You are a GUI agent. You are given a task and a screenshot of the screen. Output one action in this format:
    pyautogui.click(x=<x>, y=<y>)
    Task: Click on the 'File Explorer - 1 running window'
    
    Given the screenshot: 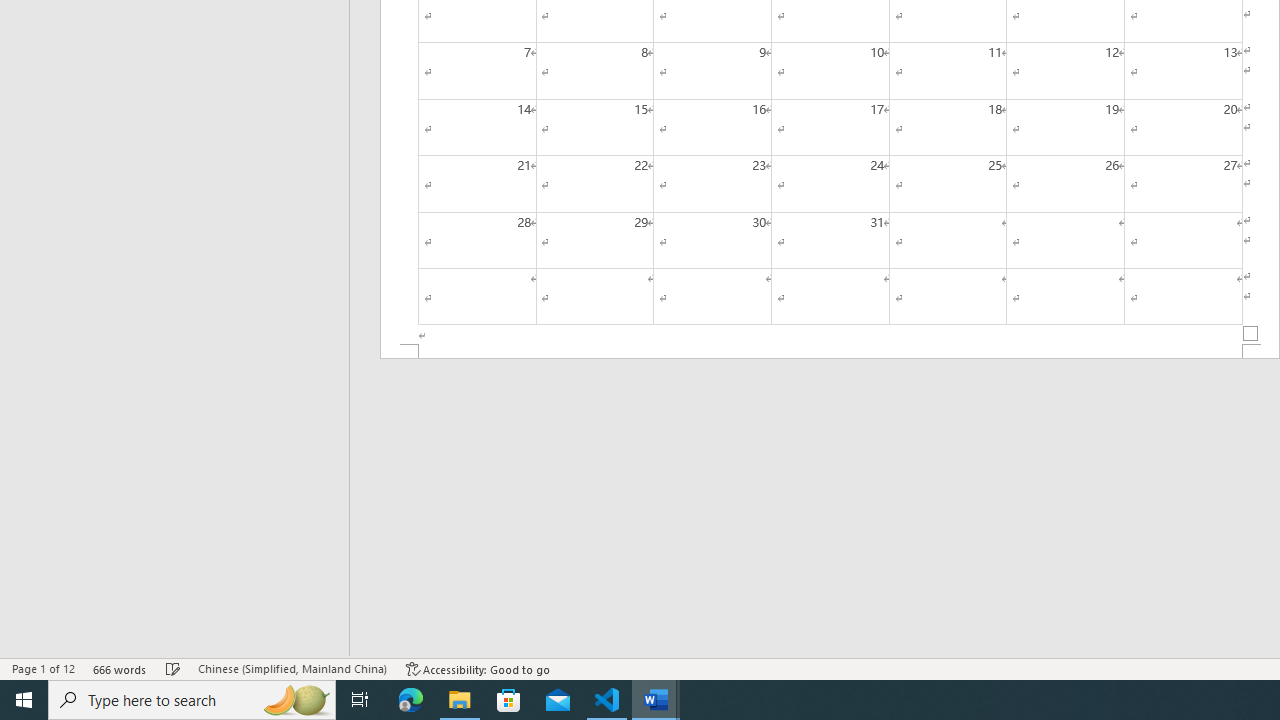 What is the action you would take?
    pyautogui.click(x=459, y=698)
    